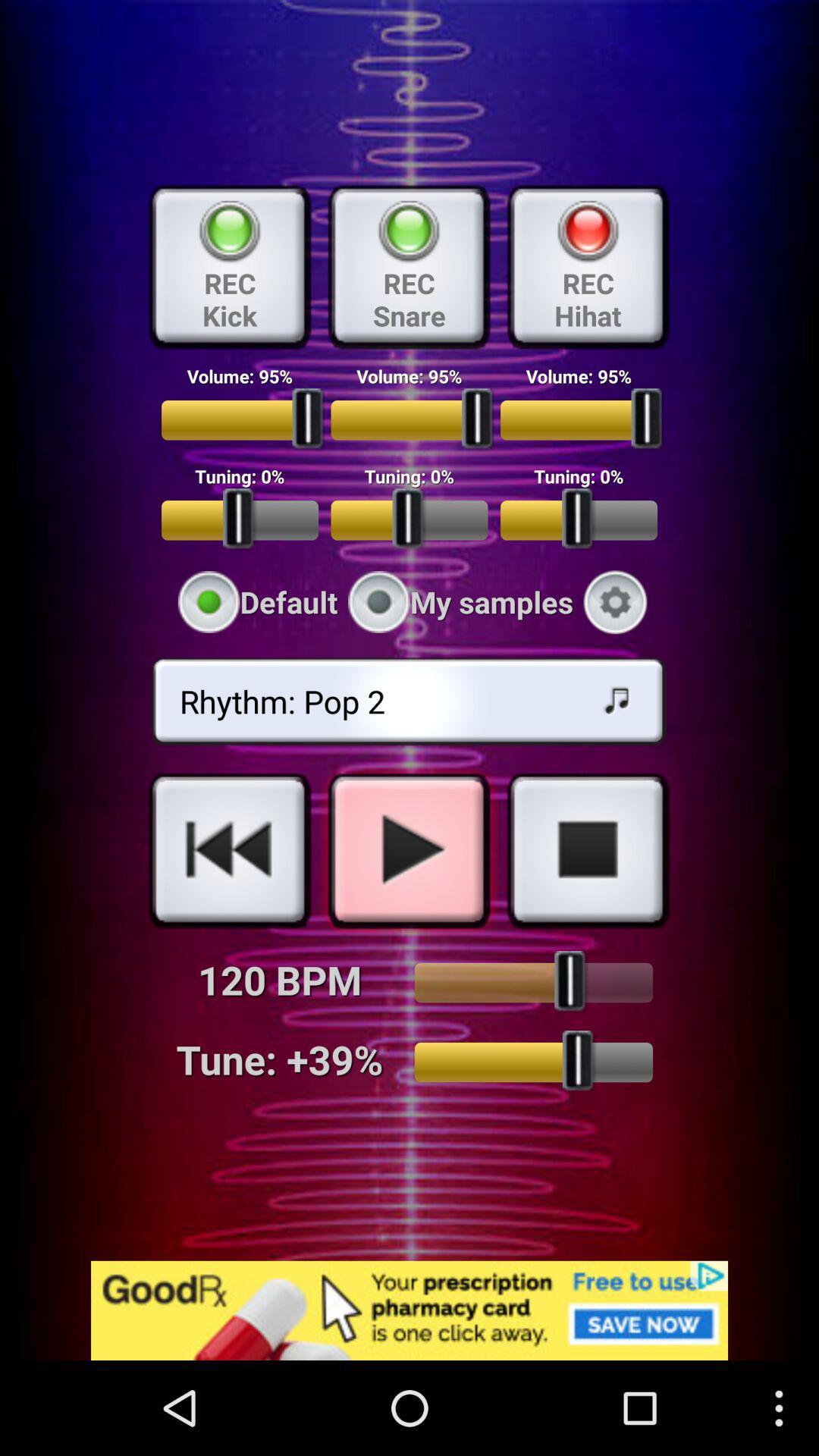 The width and height of the screenshot is (819, 1456). Describe the element at coordinates (532, 983) in the screenshot. I see `adjust volume` at that location.